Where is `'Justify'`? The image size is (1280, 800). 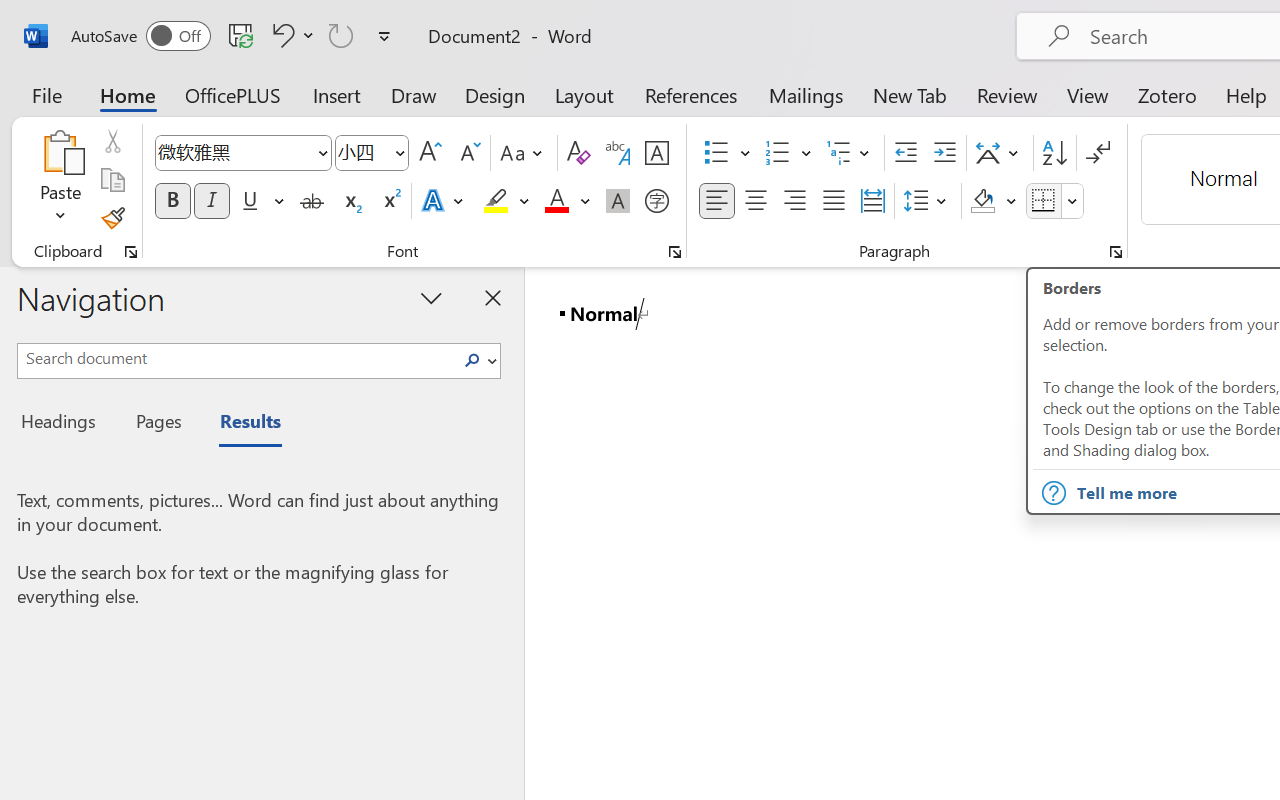 'Justify' is located at coordinates (834, 201).